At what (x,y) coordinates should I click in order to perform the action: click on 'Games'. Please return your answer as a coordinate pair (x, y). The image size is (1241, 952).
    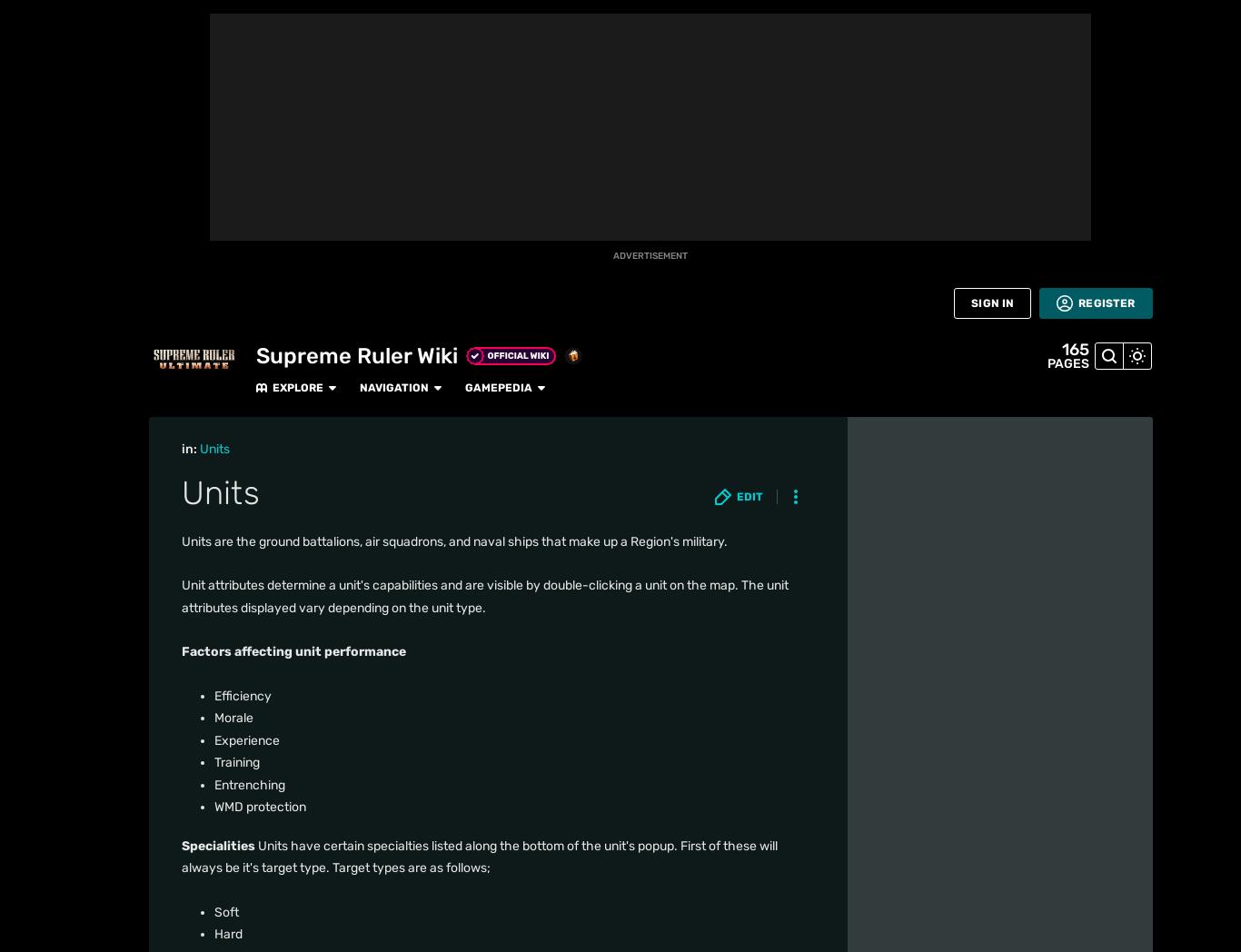
    Looking at the image, I should click on (29, 260).